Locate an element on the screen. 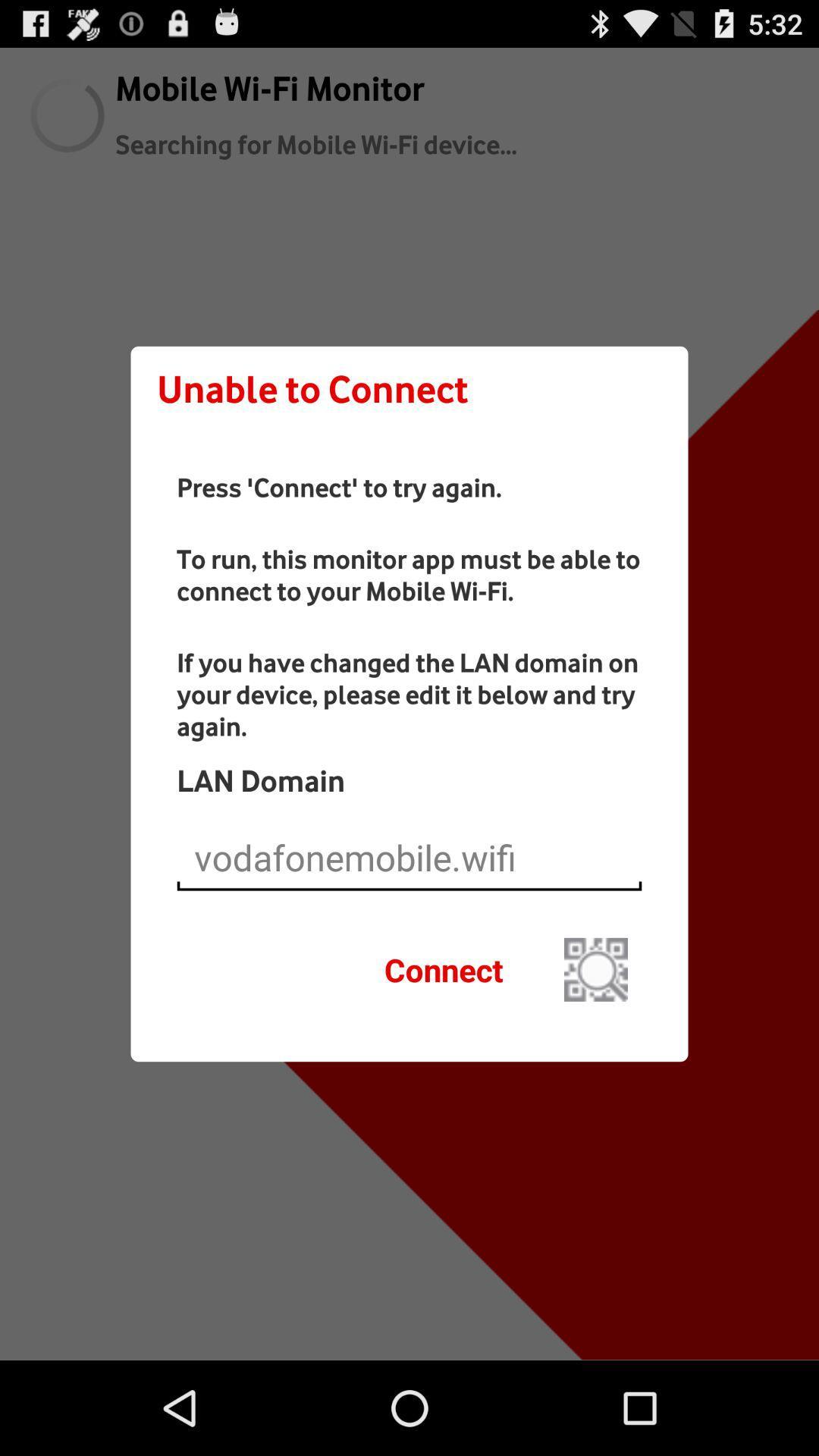  scan qr code is located at coordinates (595, 968).